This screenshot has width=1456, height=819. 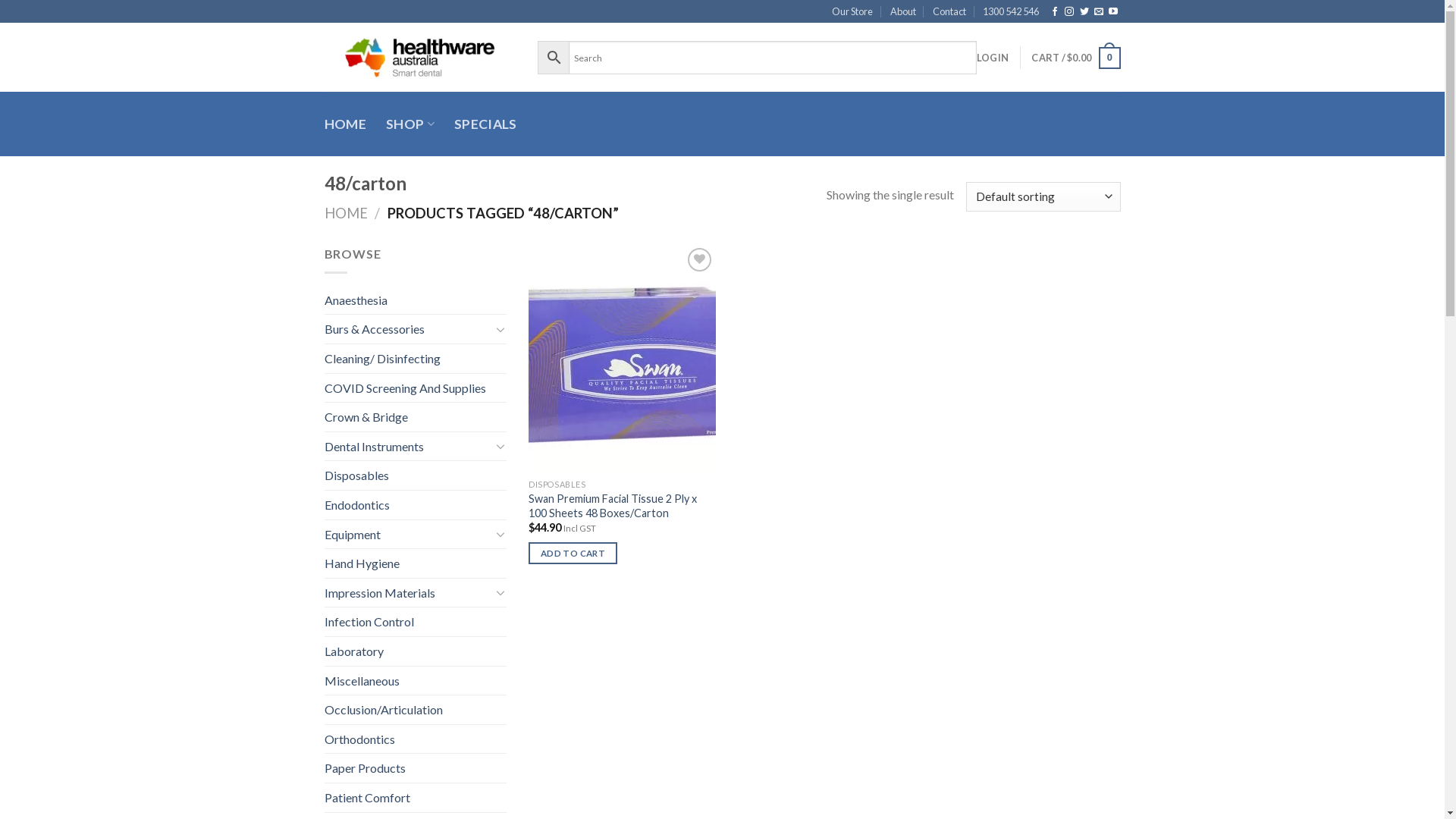 I want to click on 'Follow on Twitter', so click(x=1084, y=11).